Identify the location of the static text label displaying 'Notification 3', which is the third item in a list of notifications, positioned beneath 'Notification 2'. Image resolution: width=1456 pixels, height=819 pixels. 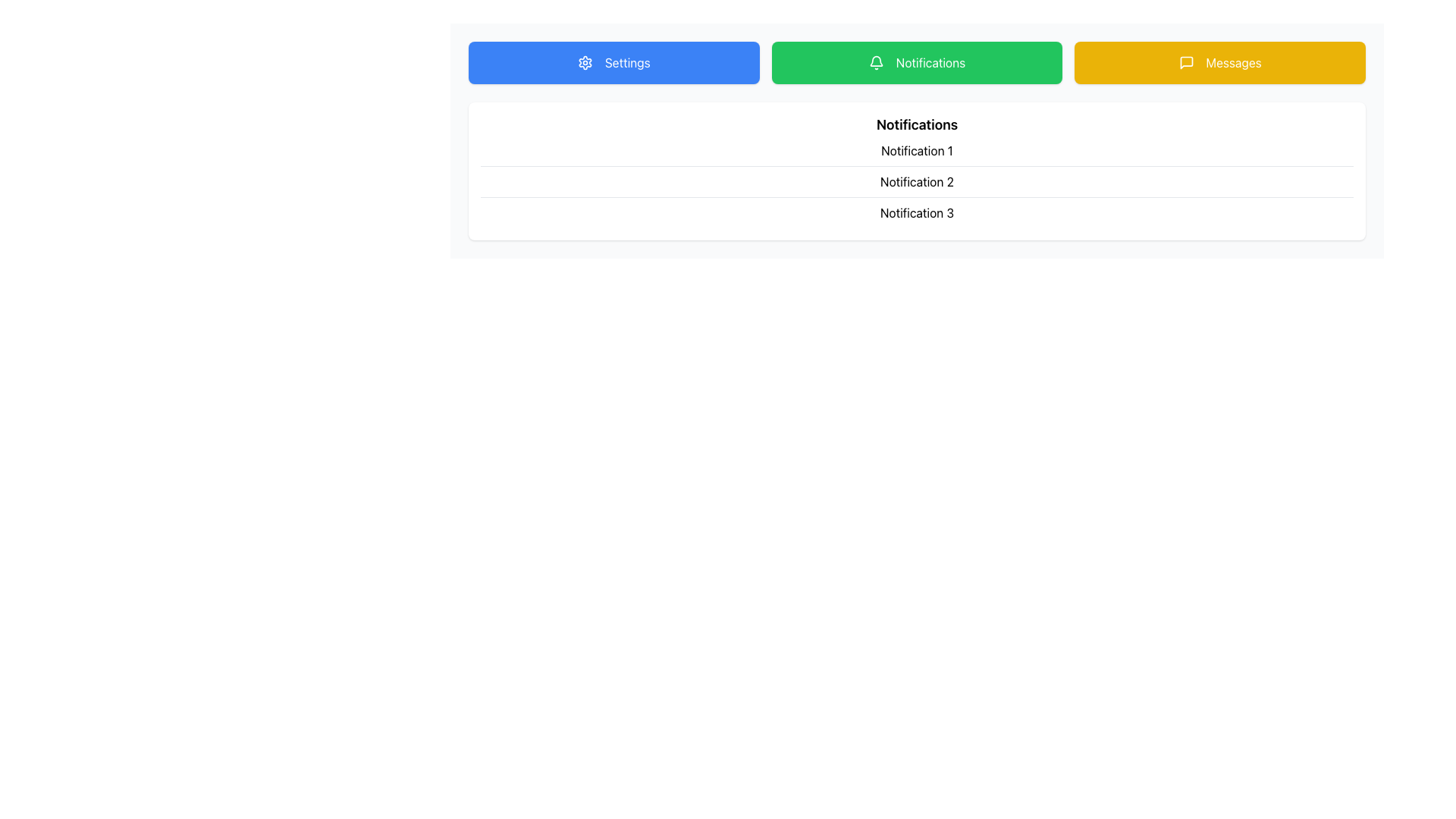
(916, 213).